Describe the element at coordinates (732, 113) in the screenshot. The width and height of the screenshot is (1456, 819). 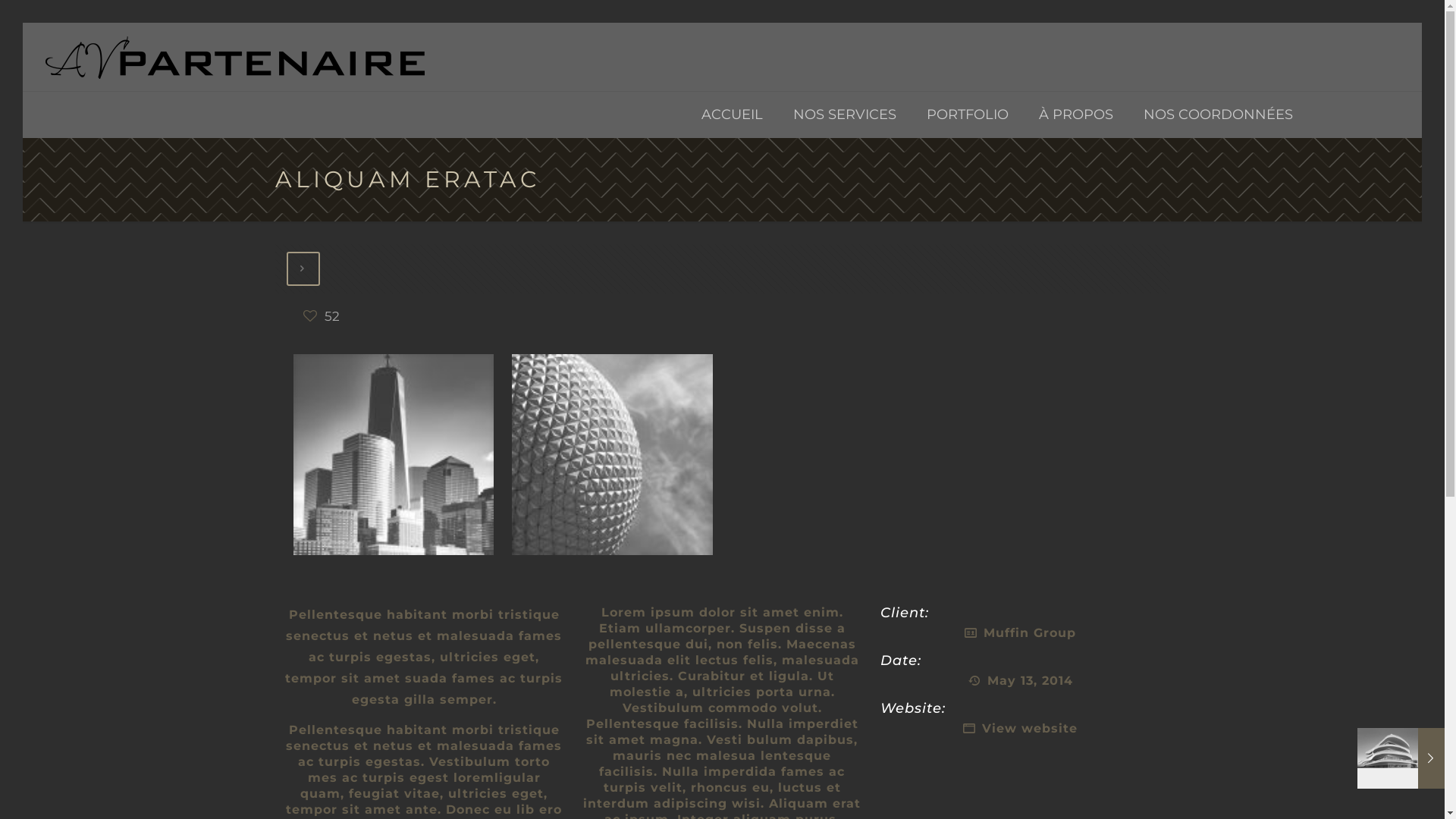
I see `'ACCUEIL'` at that location.